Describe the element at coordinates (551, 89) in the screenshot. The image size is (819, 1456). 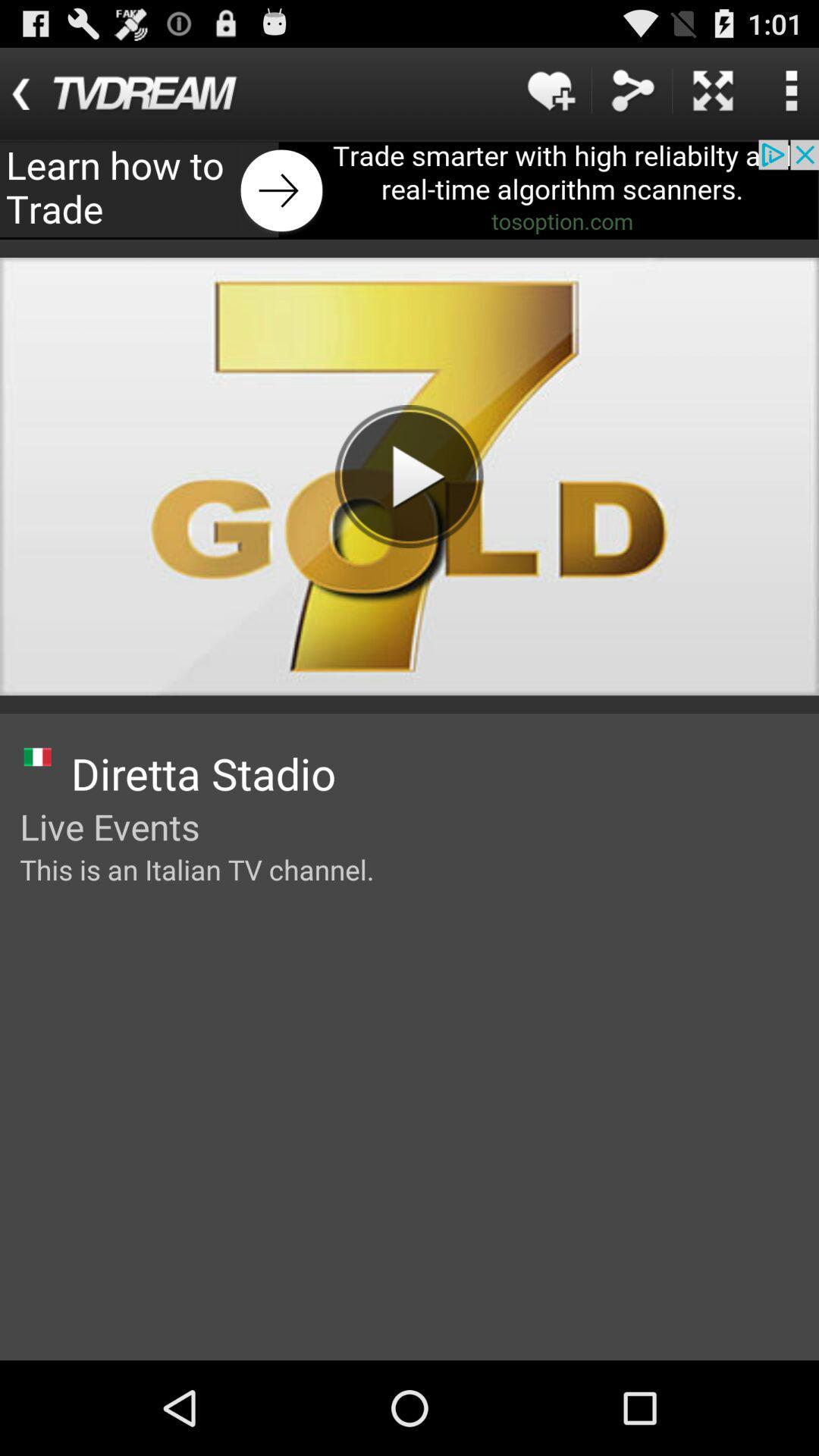
I see `icon left to share icon at the top of the page` at that location.